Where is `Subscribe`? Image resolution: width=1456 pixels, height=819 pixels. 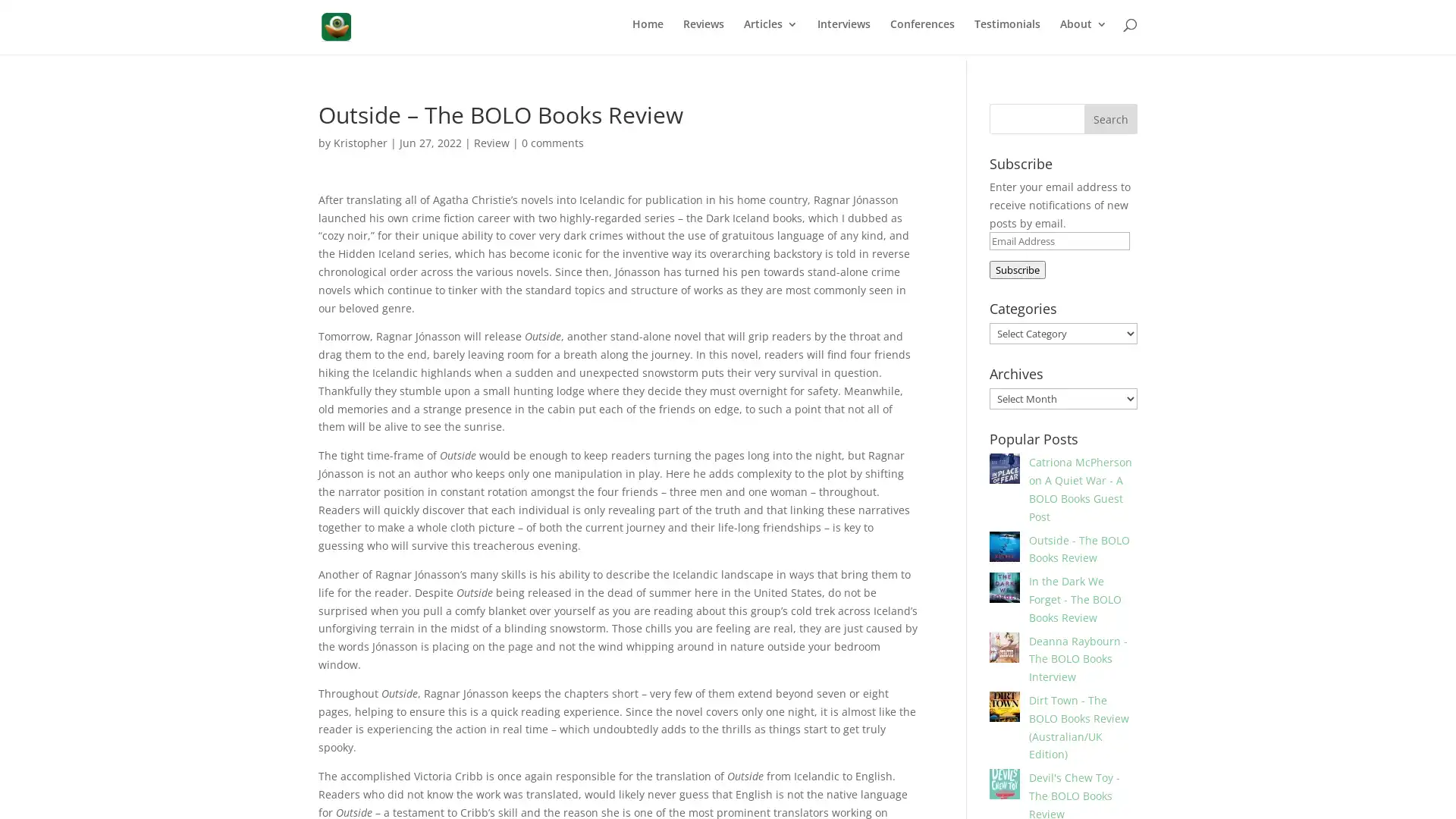 Subscribe is located at coordinates (1016, 265).